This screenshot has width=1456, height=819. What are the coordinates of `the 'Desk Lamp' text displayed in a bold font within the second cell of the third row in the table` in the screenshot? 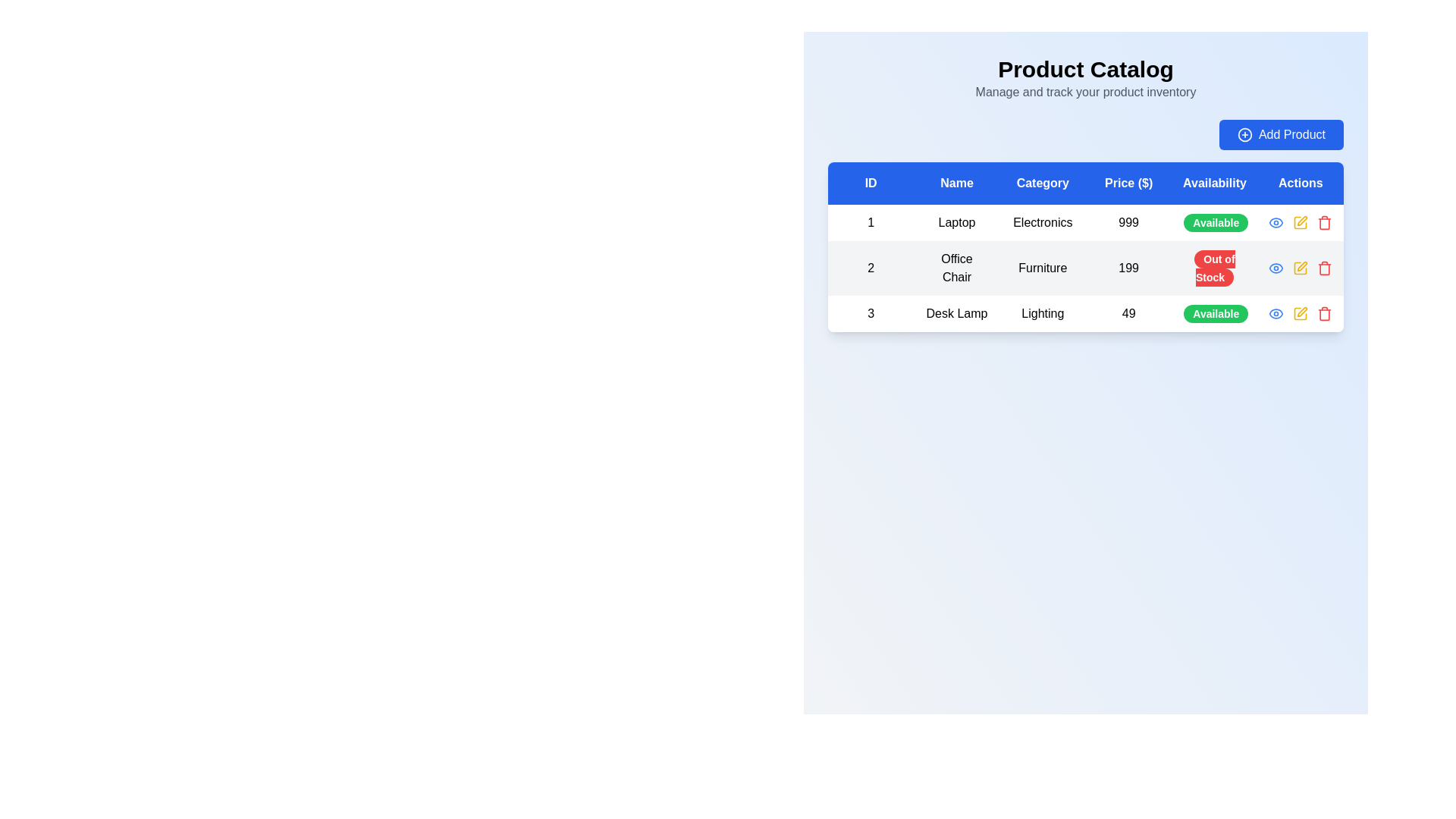 It's located at (956, 312).